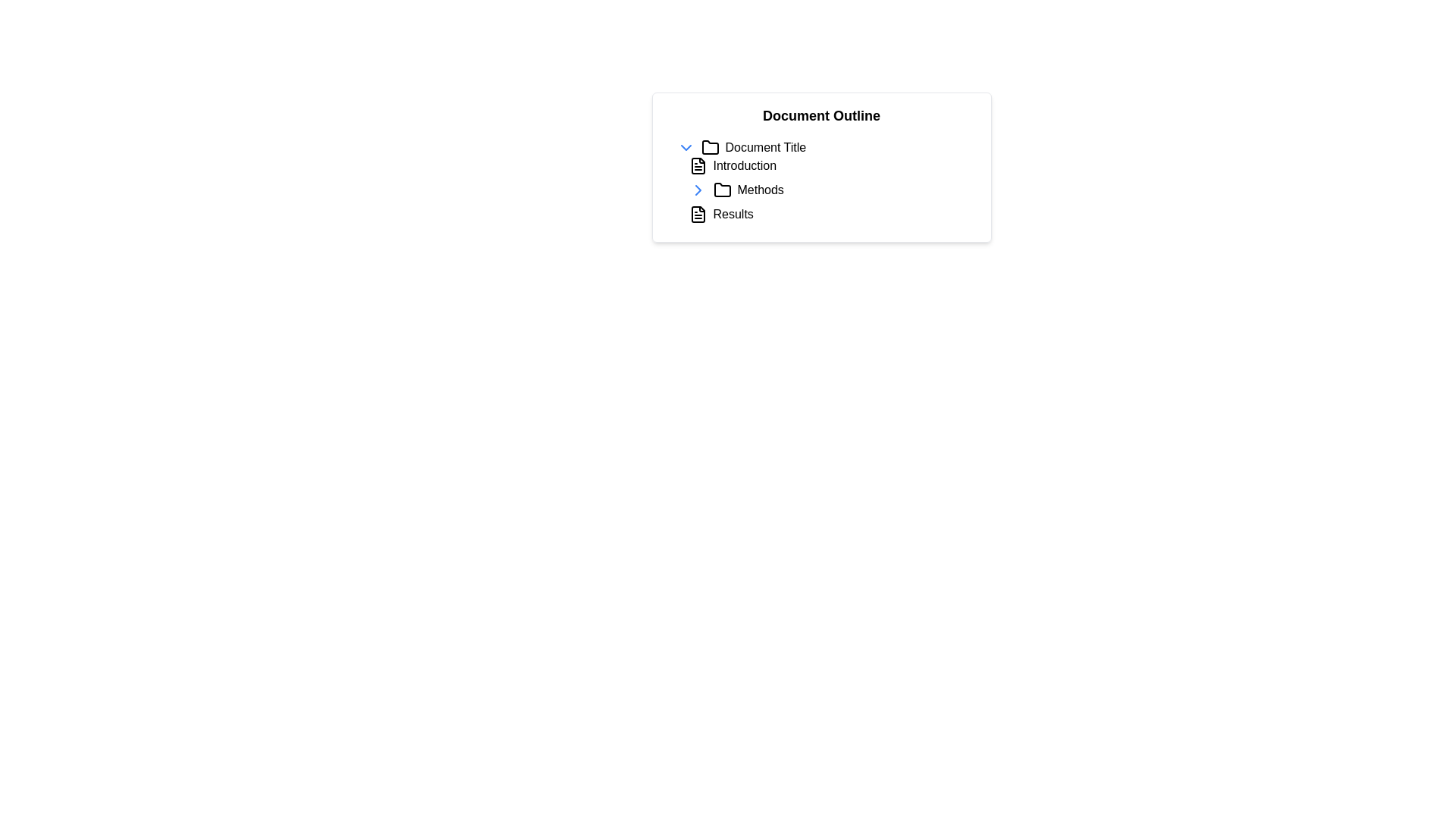  What do you see at coordinates (733, 214) in the screenshot?
I see `the Interactive Label displaying 'Results', which is centrally aligned below the 'Methods' element in the Document Outline` at bounding box center [733, 214].